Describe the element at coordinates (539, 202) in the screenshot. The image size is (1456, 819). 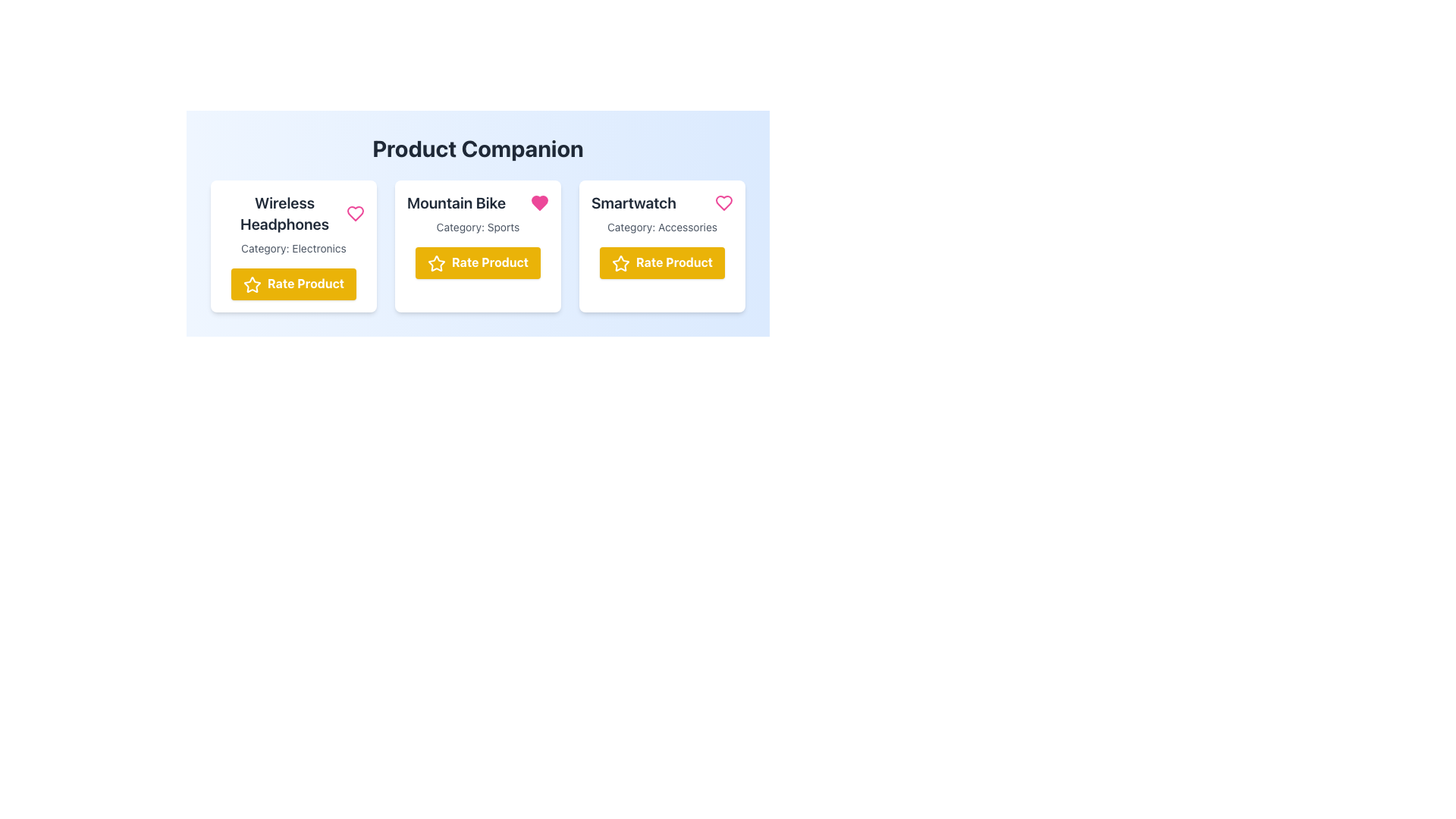
I see `the interactive heart-shaped icon` at that location.